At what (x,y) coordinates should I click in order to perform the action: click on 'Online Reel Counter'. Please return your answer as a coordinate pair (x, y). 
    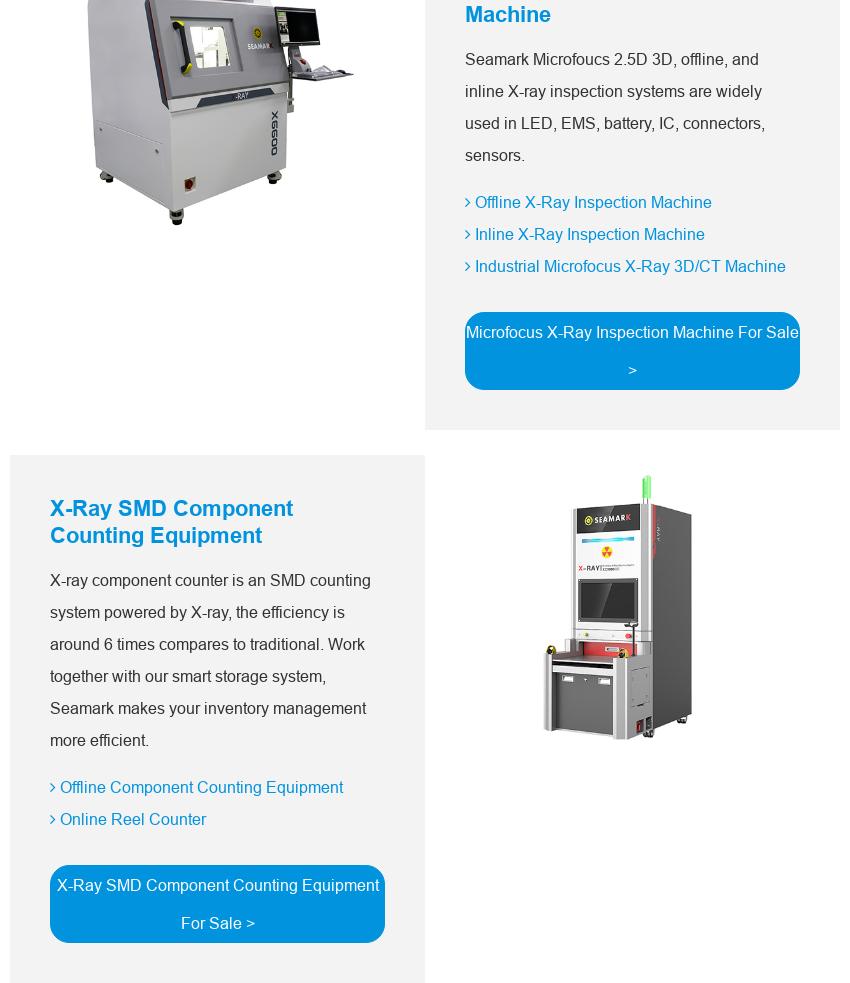
    Looking at the image, I should click on (130, 818).